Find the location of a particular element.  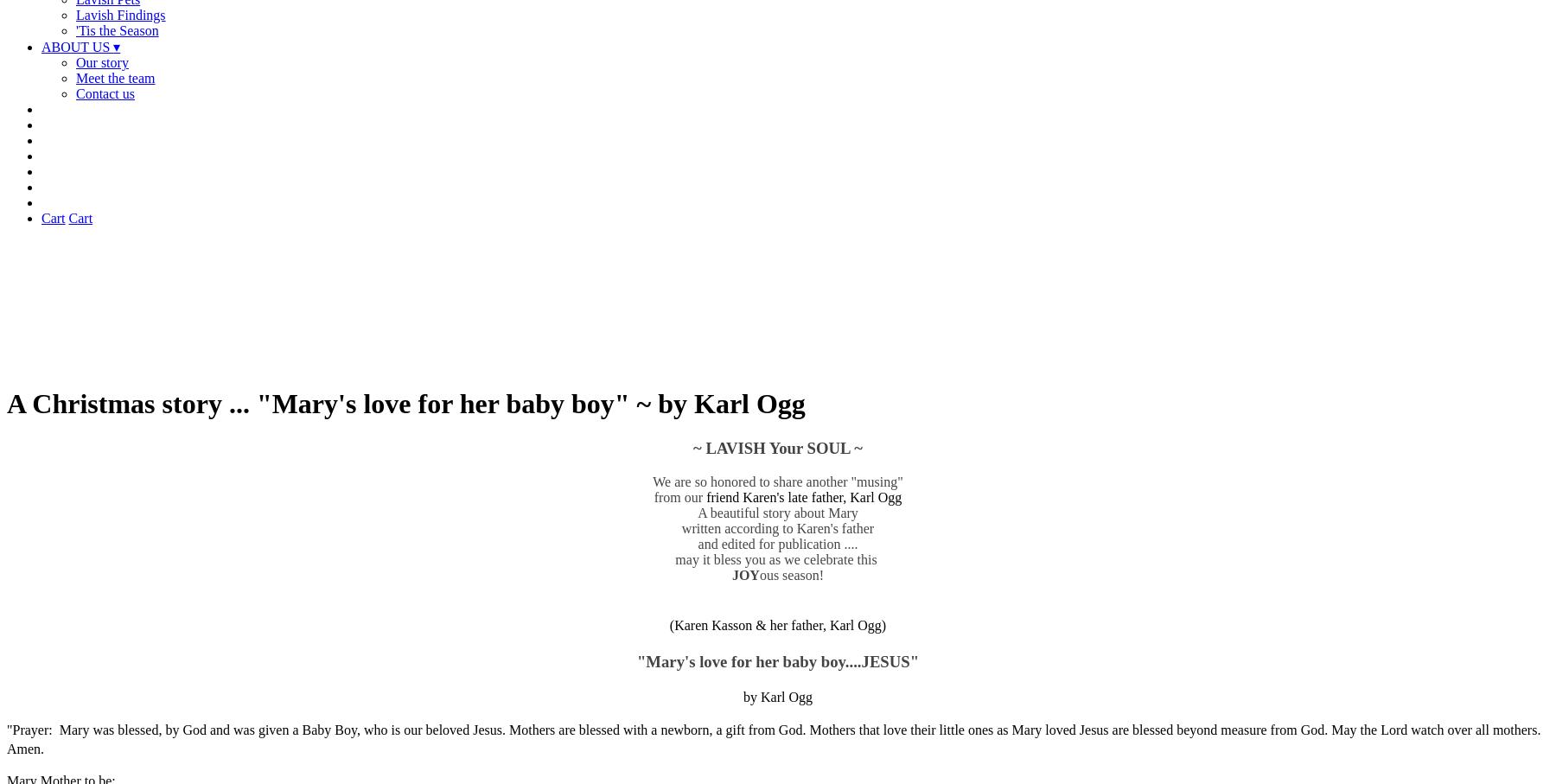

'by Karl Ogg' is located at coordinates (743, 696).